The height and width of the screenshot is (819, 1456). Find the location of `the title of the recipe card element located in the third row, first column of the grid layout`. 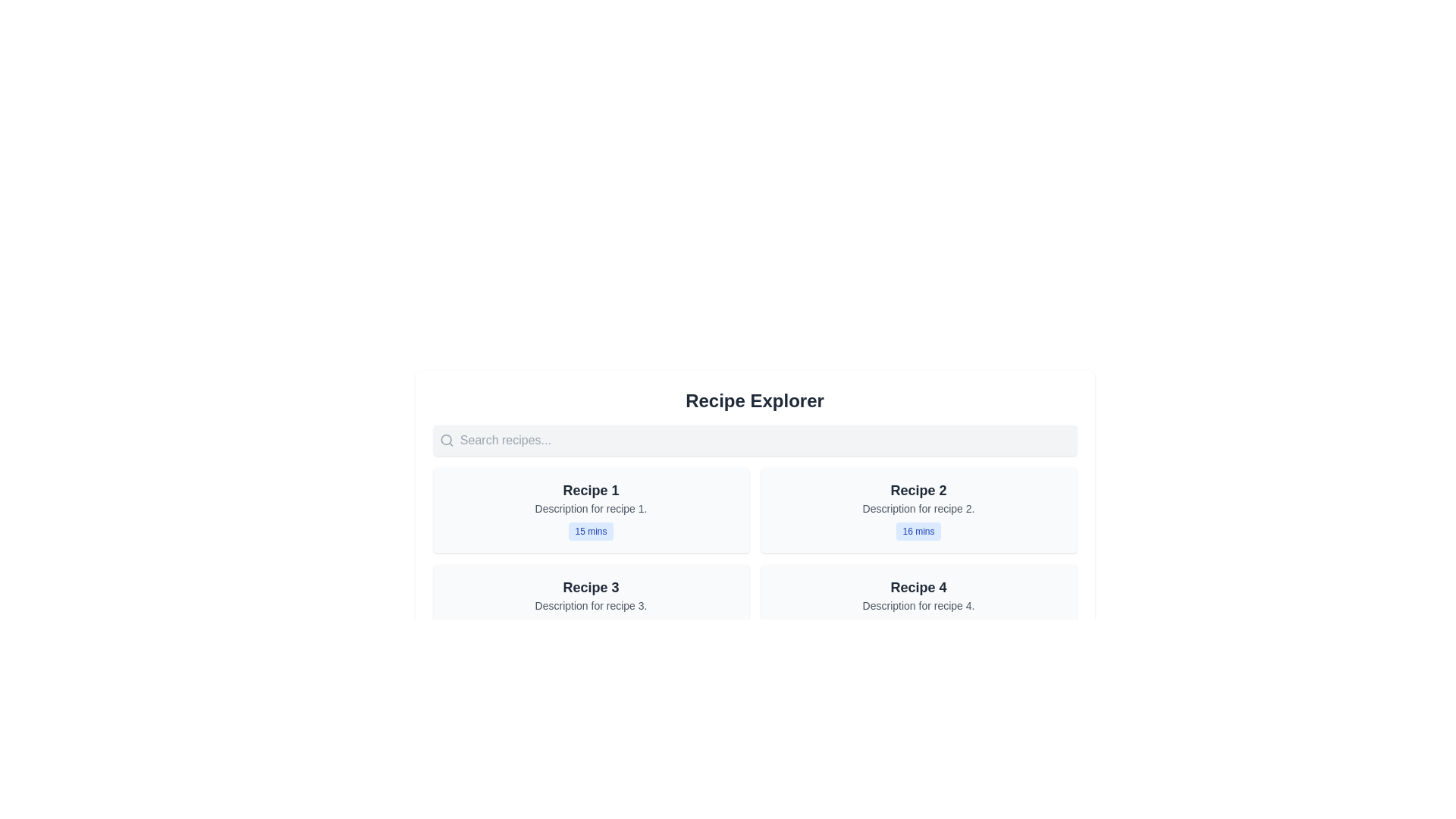

the title of the recipe card element located in the third row, first column of the grid layout is located at coordinates (590, 607).